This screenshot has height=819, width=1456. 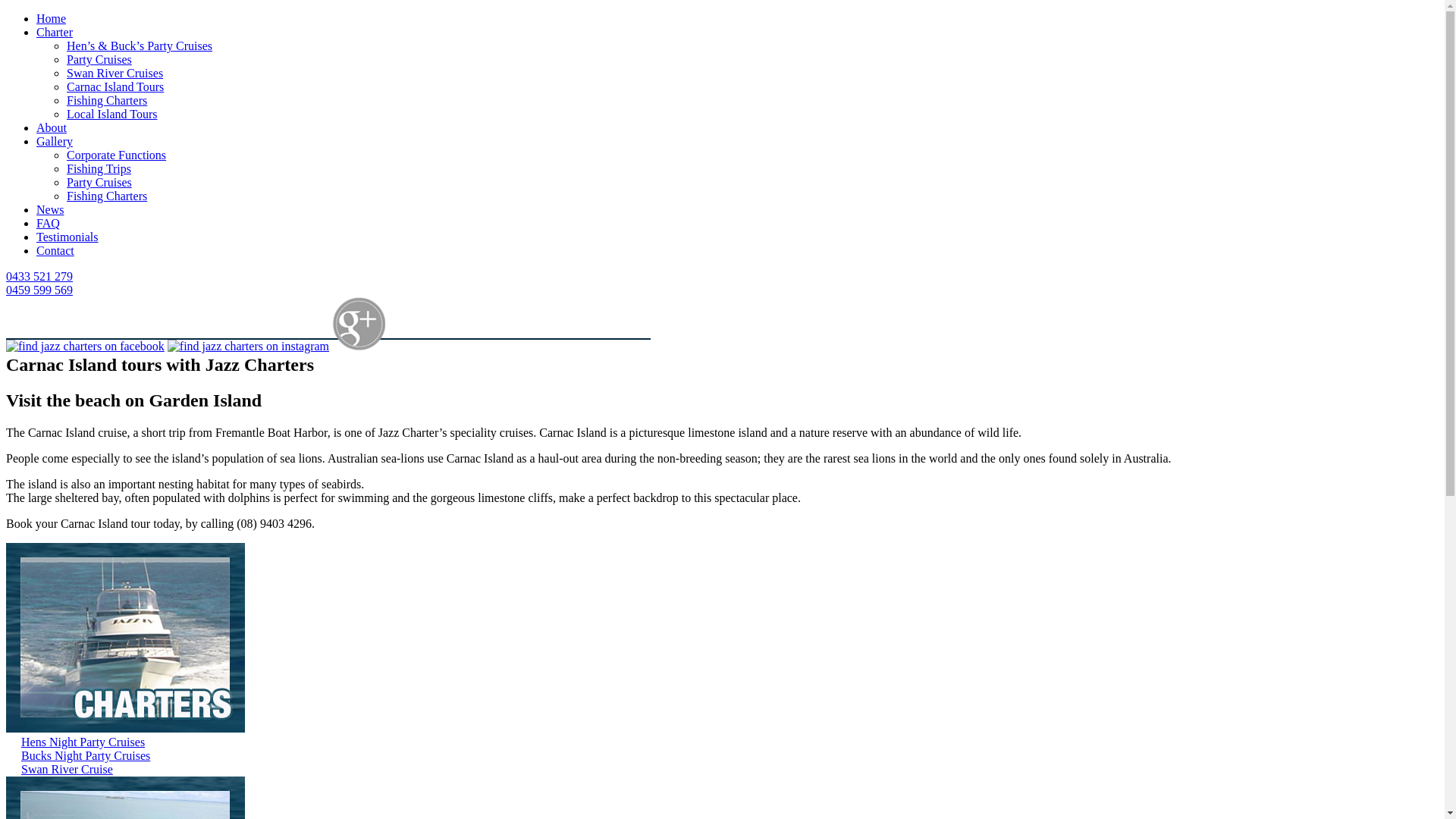 What do you see at coordinates (65, 168) in the screenshot?
I see `'Fishing Trips'` at bounding box center [65, 168].